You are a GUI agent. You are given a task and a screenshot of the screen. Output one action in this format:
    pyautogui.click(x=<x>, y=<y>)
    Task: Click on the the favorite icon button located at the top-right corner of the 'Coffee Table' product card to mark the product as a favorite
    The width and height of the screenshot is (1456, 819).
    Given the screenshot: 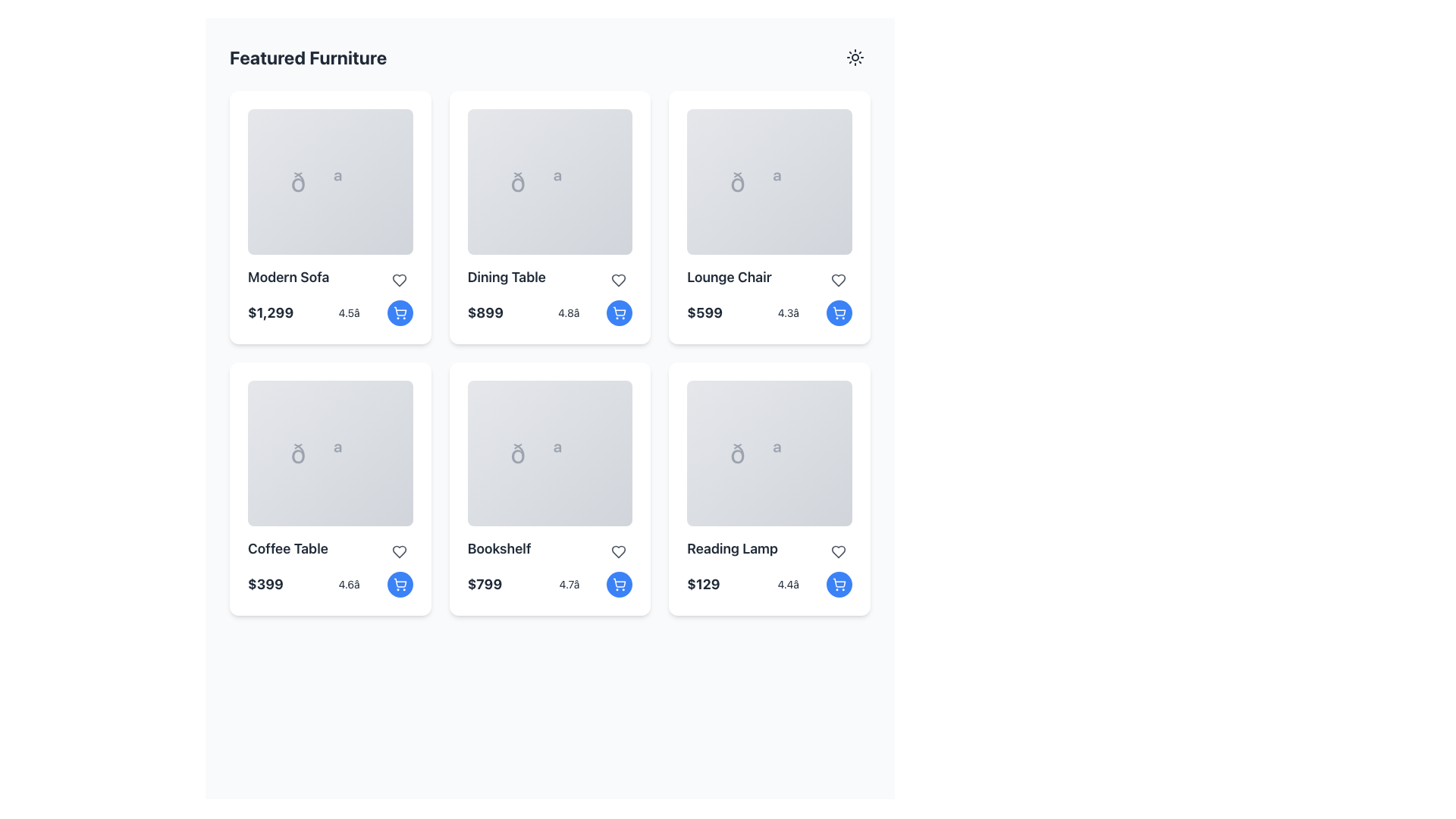 What is the action you would take?
    pyautogui.click(x=399, y=552)
    